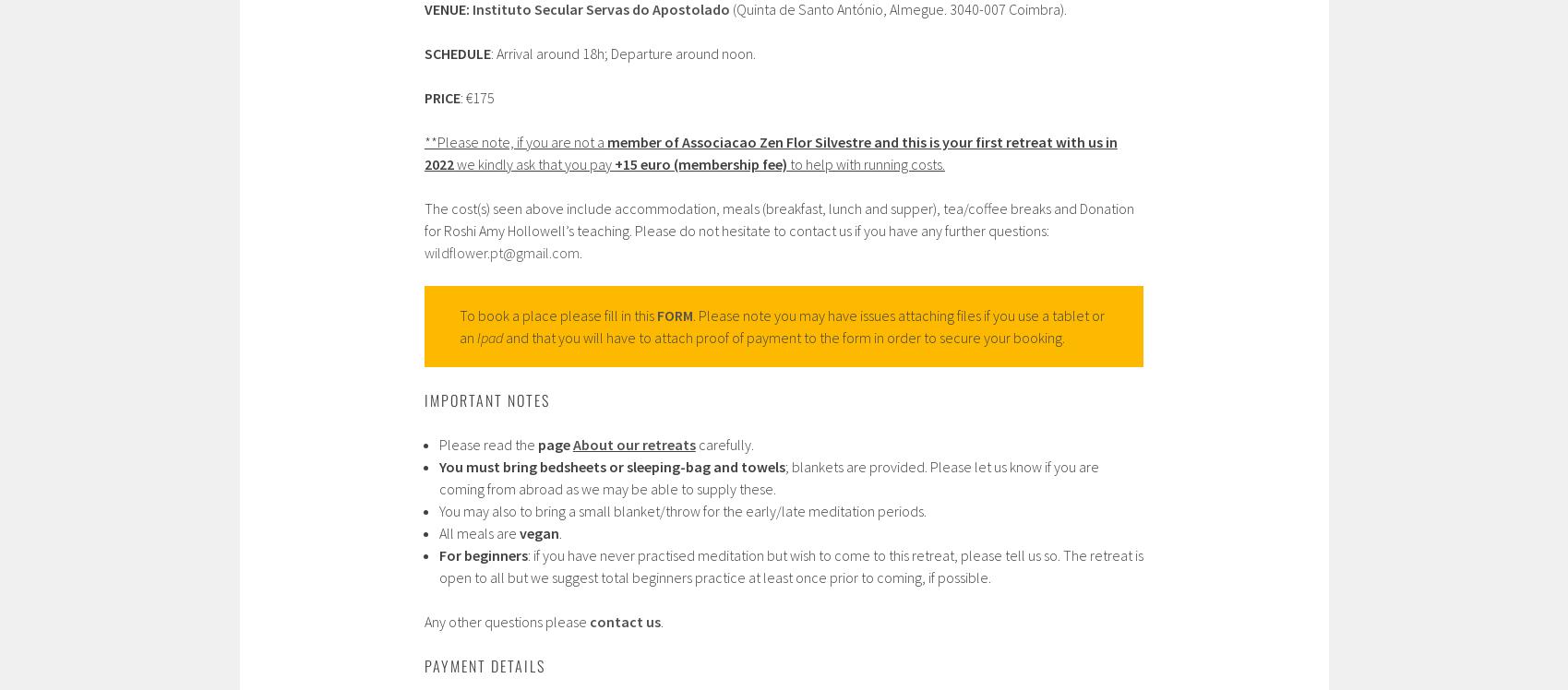 The image size is (1568, 690). Describe the element at coordinates (557, 314) in the screenshot. I see `'To book a place please fill in this'` at that location.